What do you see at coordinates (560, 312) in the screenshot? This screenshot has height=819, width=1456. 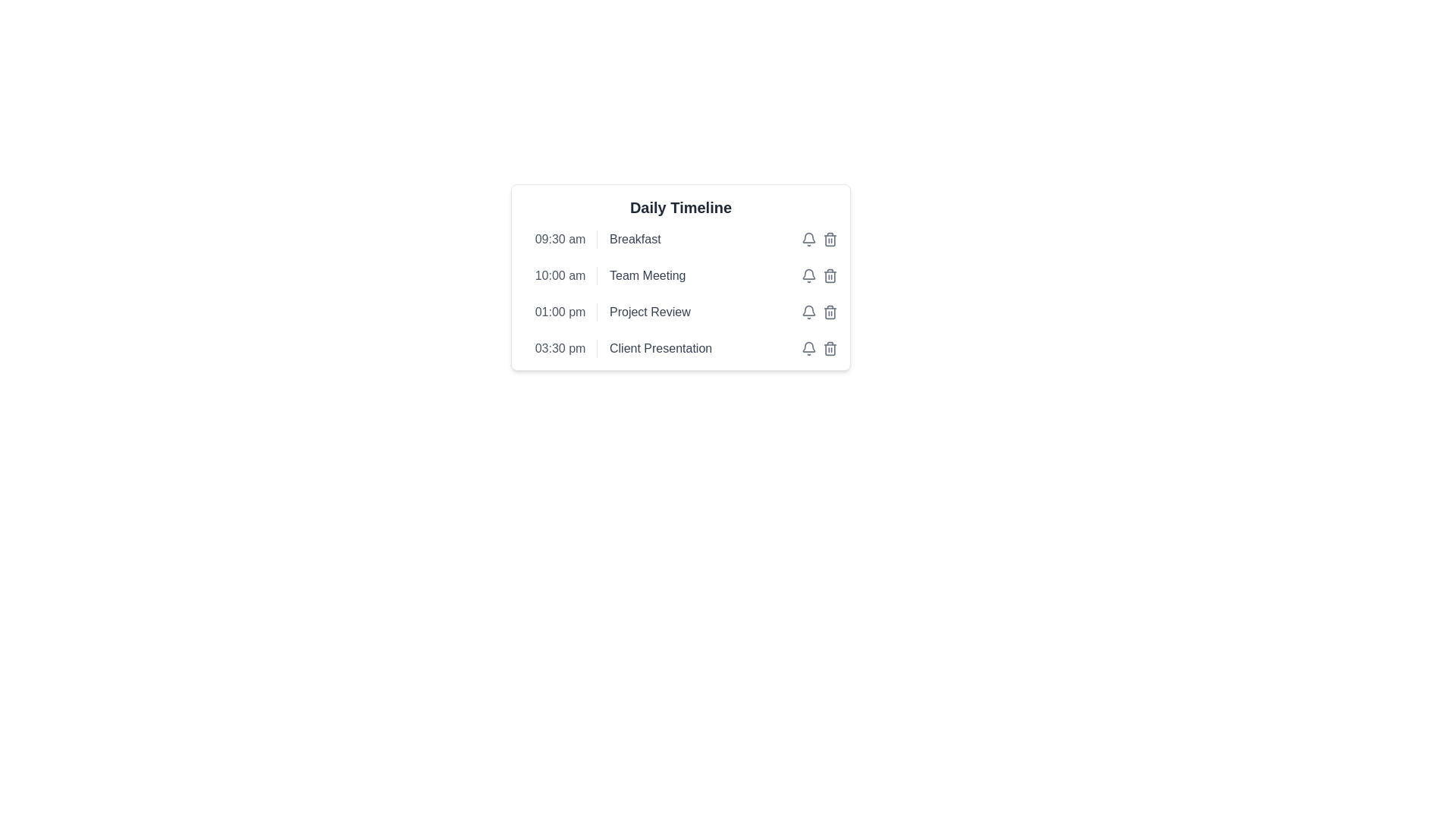 I see `the text element that indicates the start time of the adjacent event in the schedule list, located in the third row and aligned with other time entries` at bounding box center [560, 312].